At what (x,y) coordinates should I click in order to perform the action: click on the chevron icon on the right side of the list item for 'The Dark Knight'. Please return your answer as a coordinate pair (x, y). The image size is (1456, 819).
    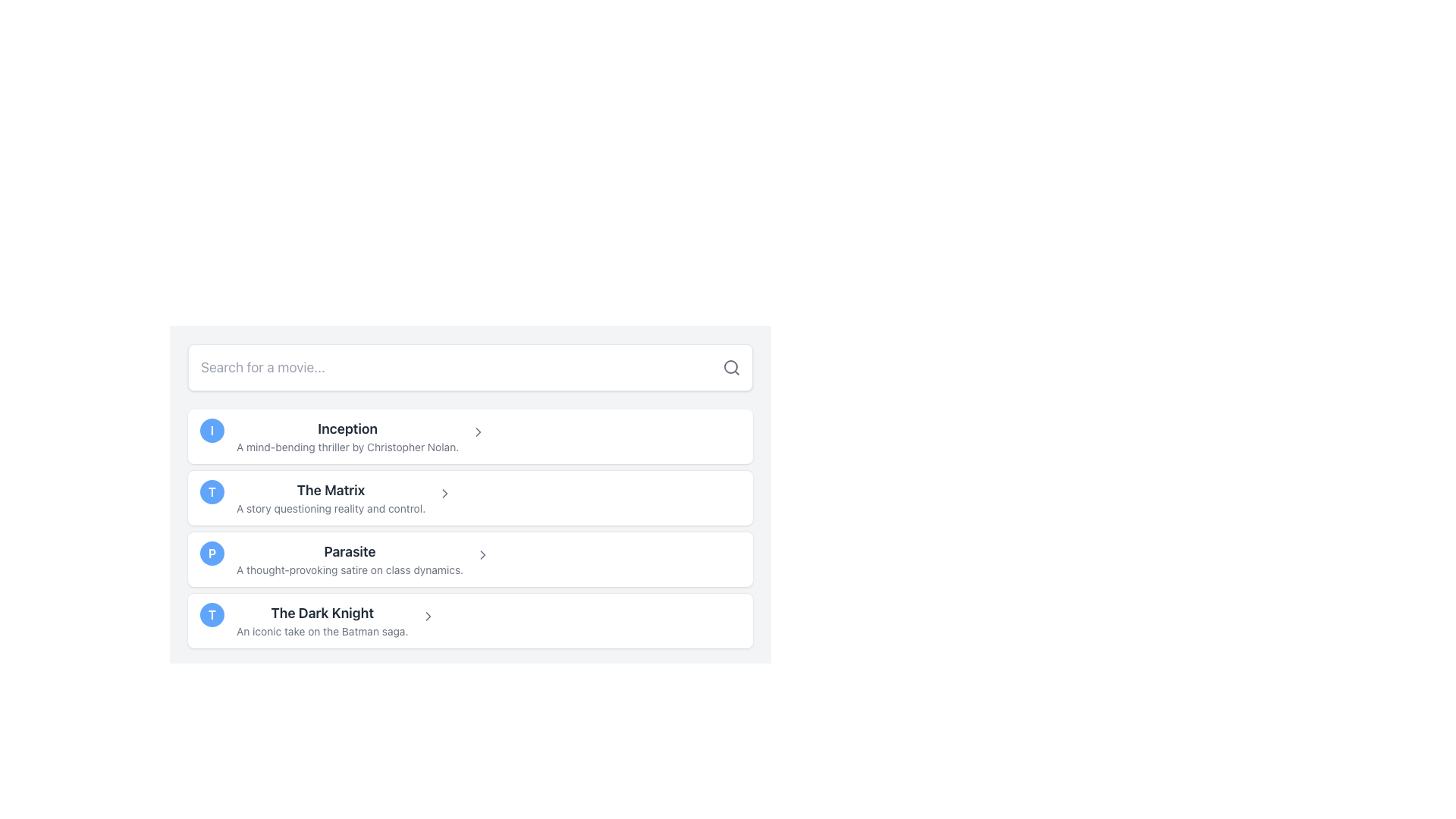
    Looking at the image, I should click on (427, 617).